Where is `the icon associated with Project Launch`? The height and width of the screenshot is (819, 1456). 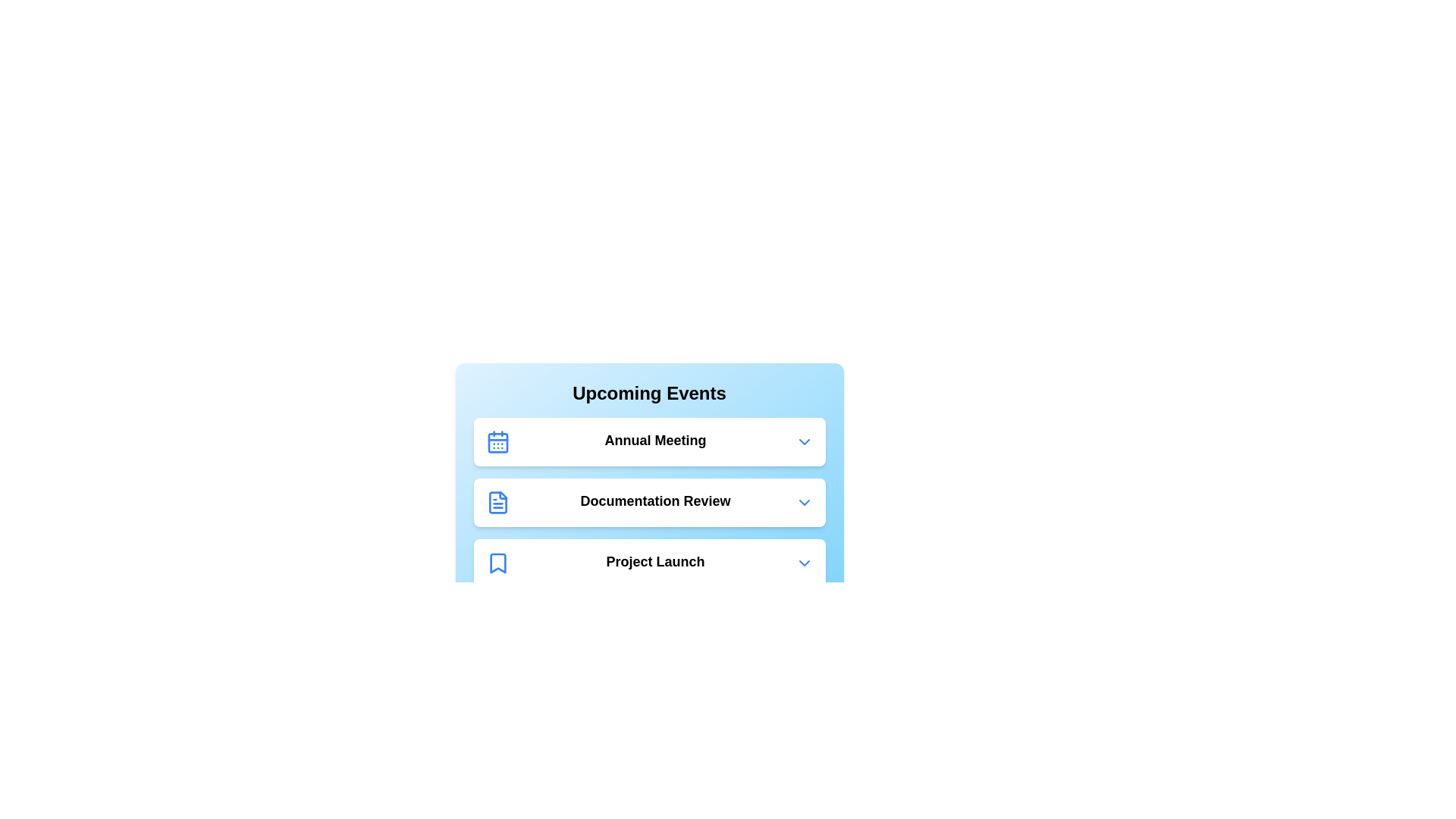 the icon associated with Project Launch is located at coordinates (497, 563).